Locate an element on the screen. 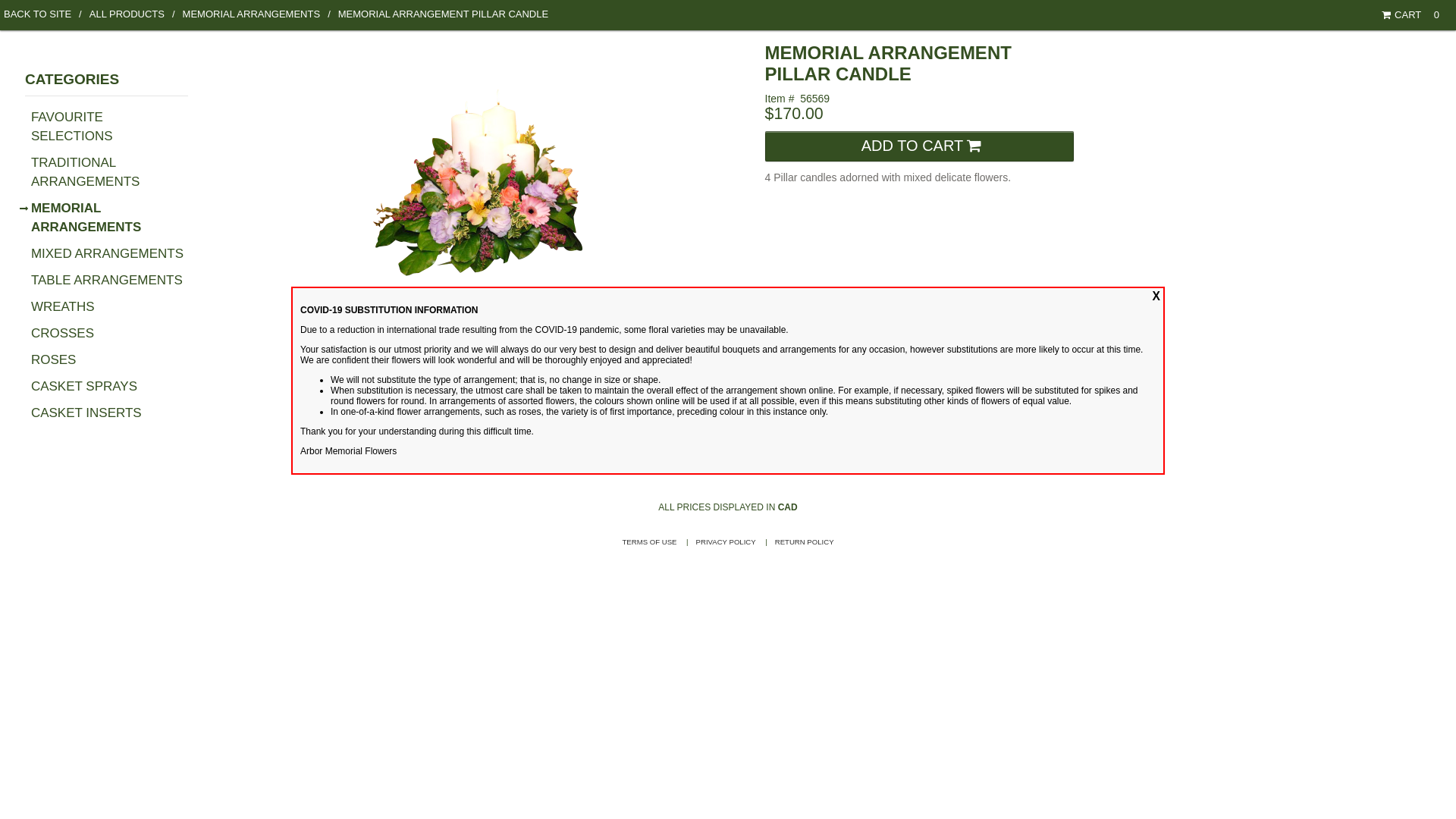 This screenshot has width=1456, height=819. 'RETURN POLICY' is located at coordinates (775, 541).